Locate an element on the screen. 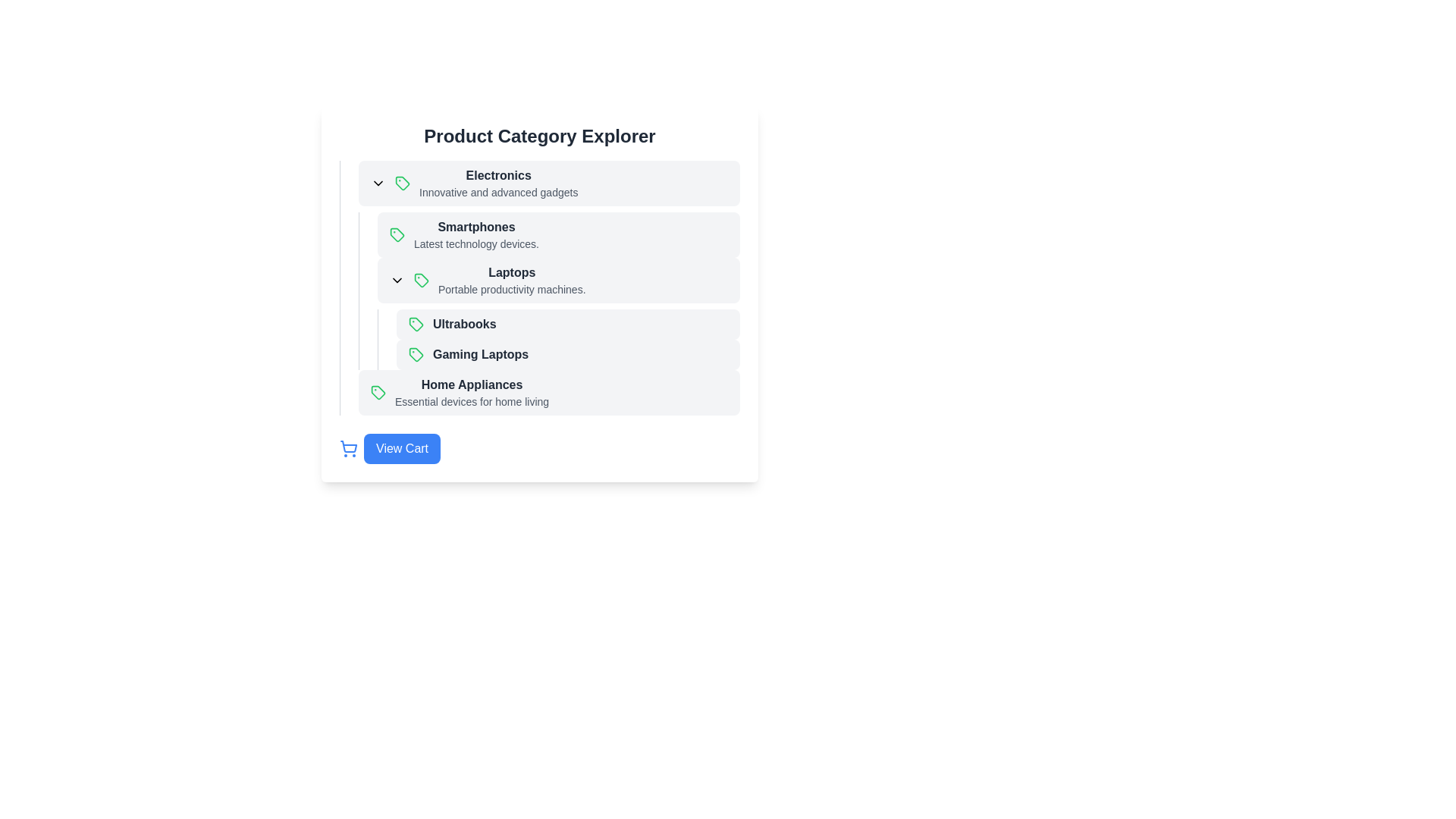  the first clickable item in the 'Laptops' category list is located at coordinates (558, 324).